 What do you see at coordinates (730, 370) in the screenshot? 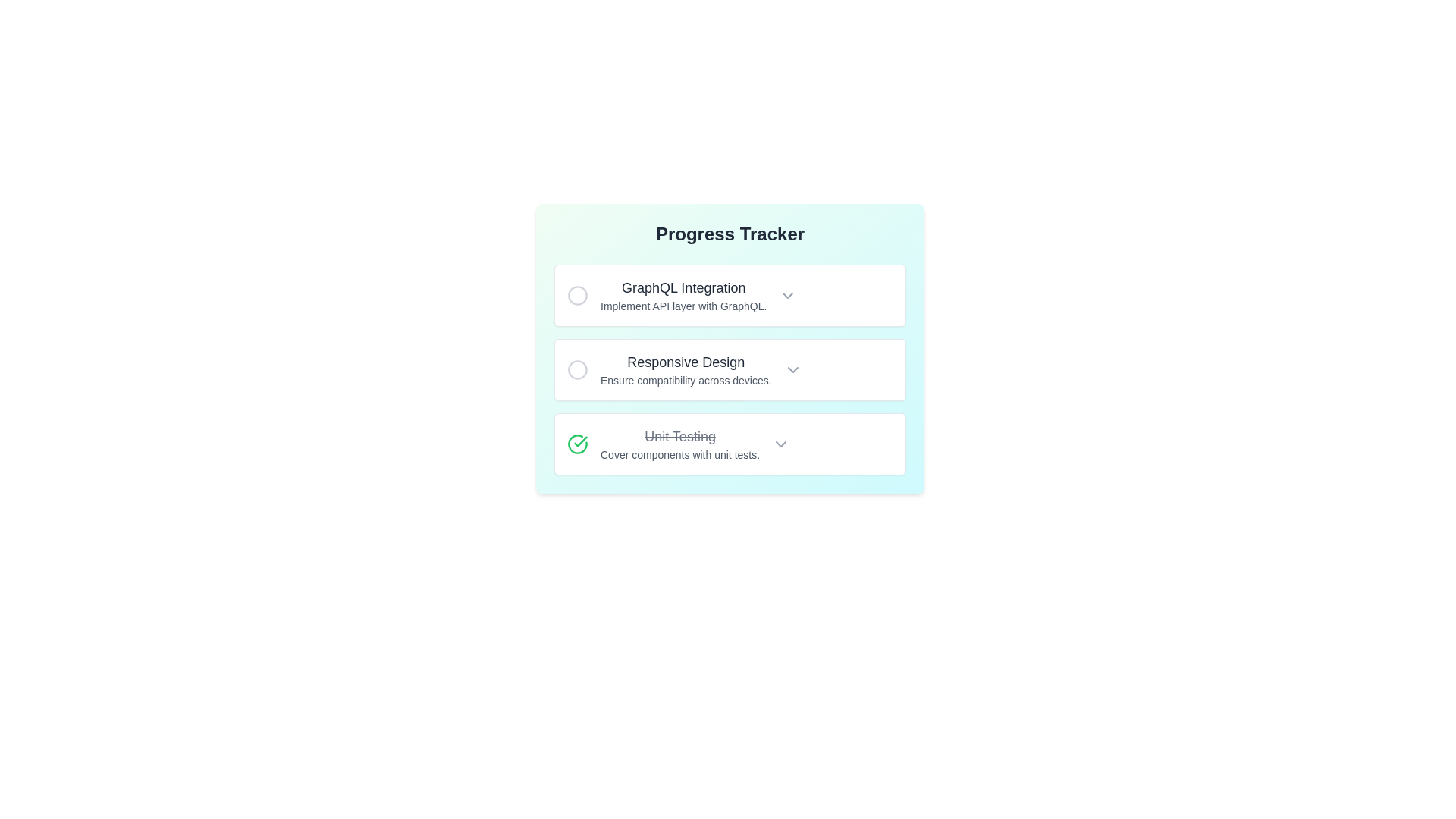
I see `the circular marker on the left side of the 'Responsive Design' task item` at bounding box center [730, 370].